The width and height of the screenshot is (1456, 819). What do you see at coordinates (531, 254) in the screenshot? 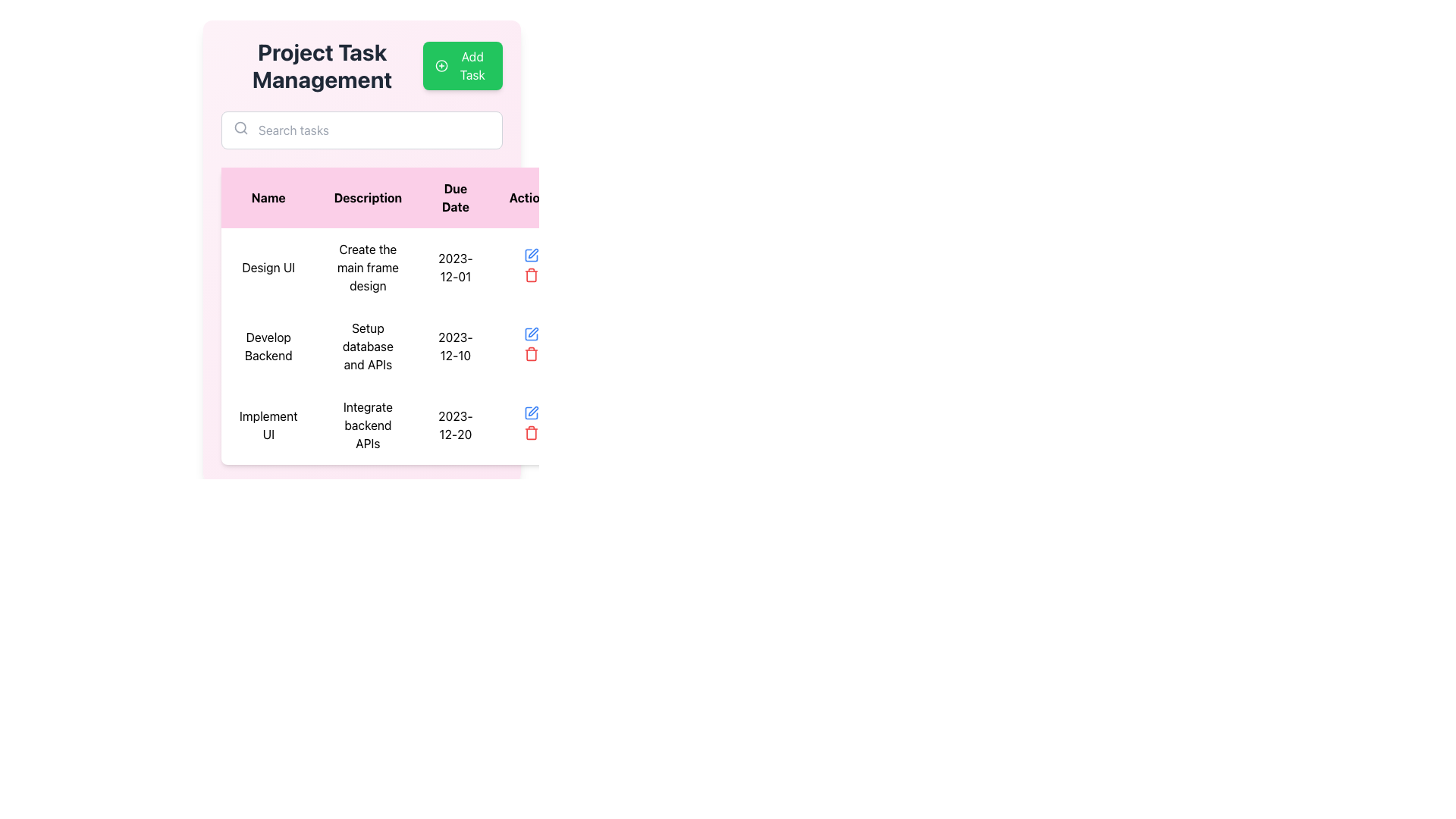
I see `the Edit Icon located in the Actions column of the table, in the first row for the task 'Design UI'` at bounding box center [531, 254].